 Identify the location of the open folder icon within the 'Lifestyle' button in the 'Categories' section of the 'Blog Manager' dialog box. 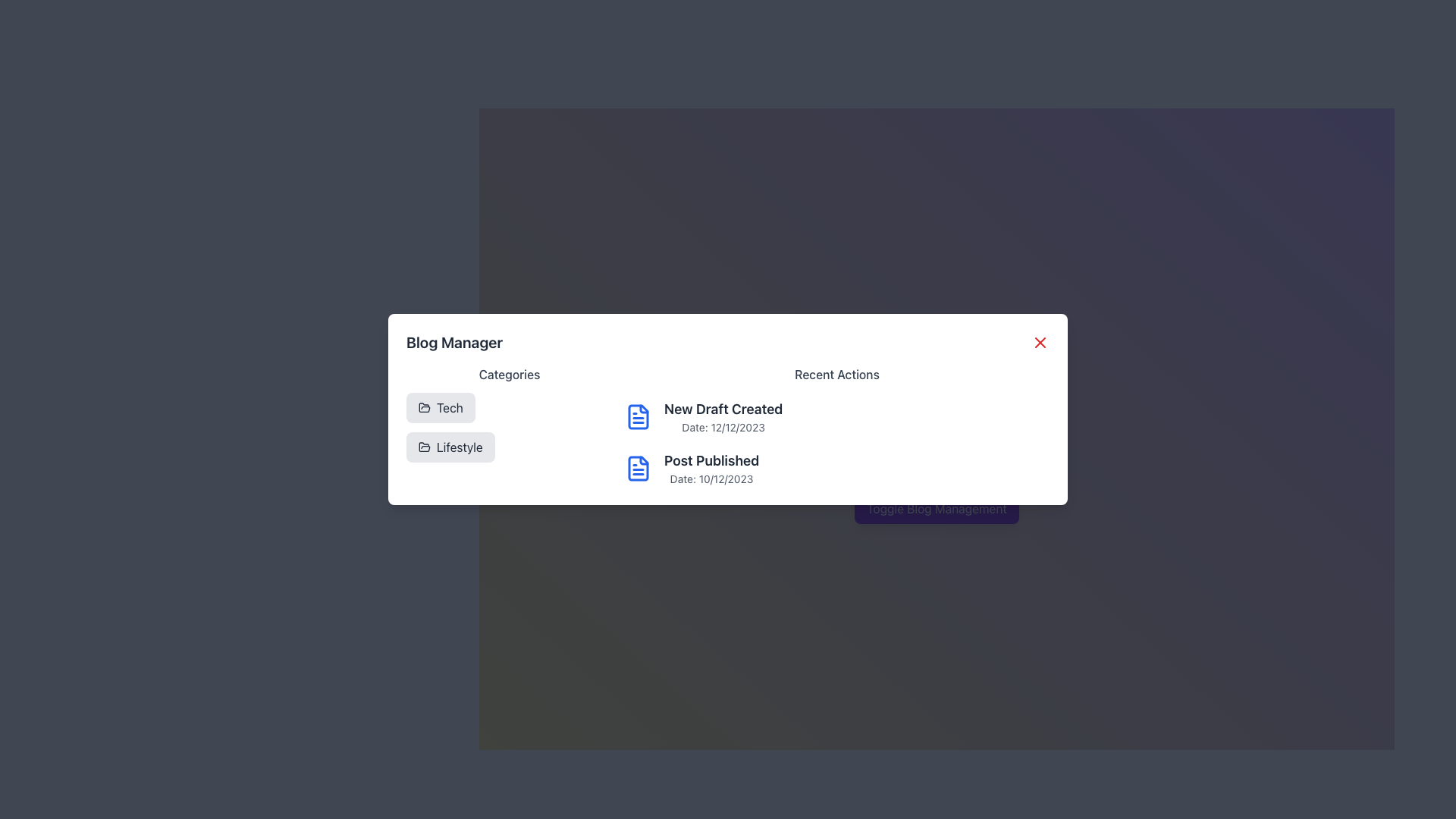
(425, 447).